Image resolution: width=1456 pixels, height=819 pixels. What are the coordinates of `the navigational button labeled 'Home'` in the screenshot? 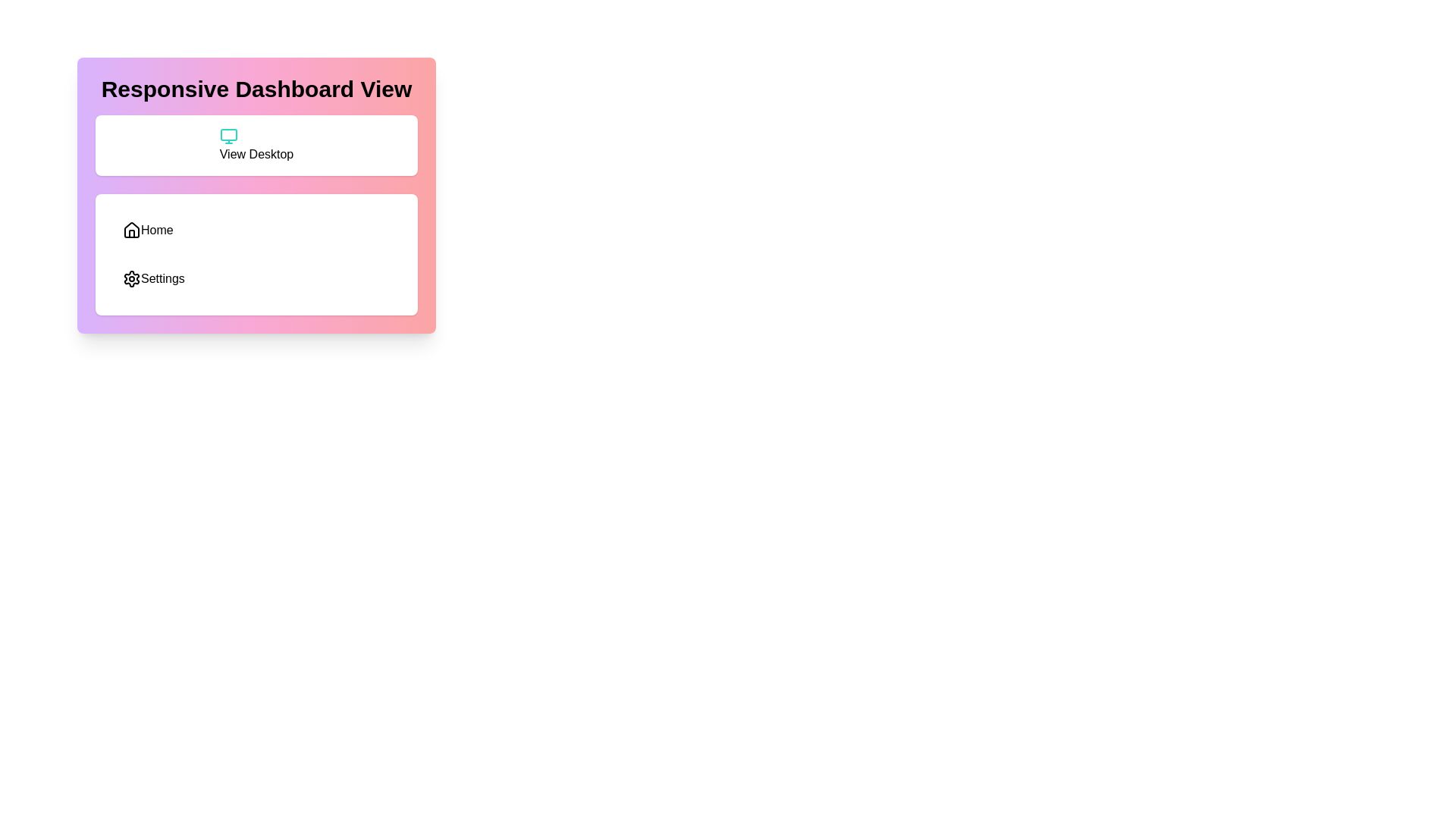 It's located at (148, 231).